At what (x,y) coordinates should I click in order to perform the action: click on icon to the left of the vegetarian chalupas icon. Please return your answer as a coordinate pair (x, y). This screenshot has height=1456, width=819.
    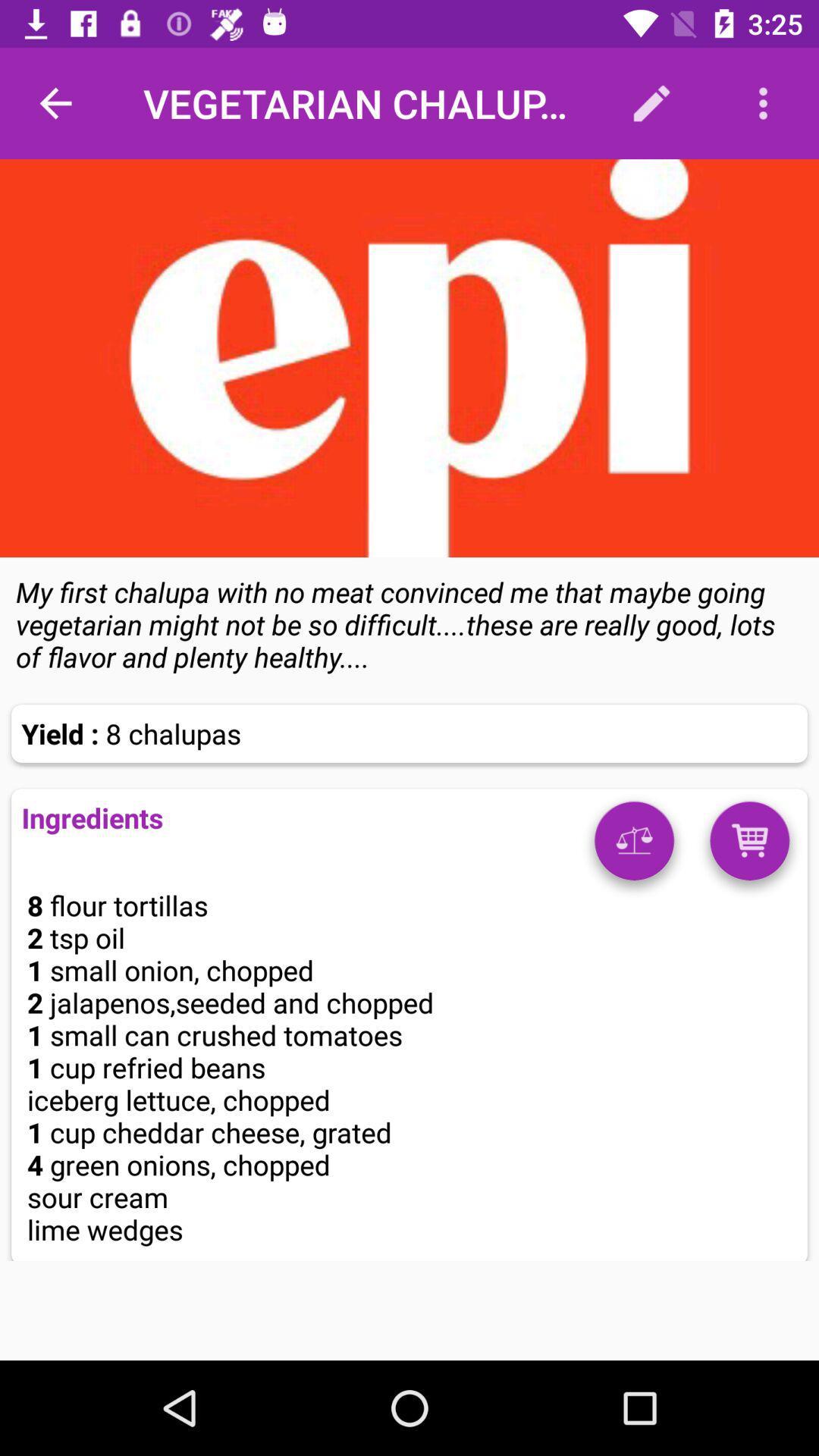
    Looking at the image, I should click on (55, 102).